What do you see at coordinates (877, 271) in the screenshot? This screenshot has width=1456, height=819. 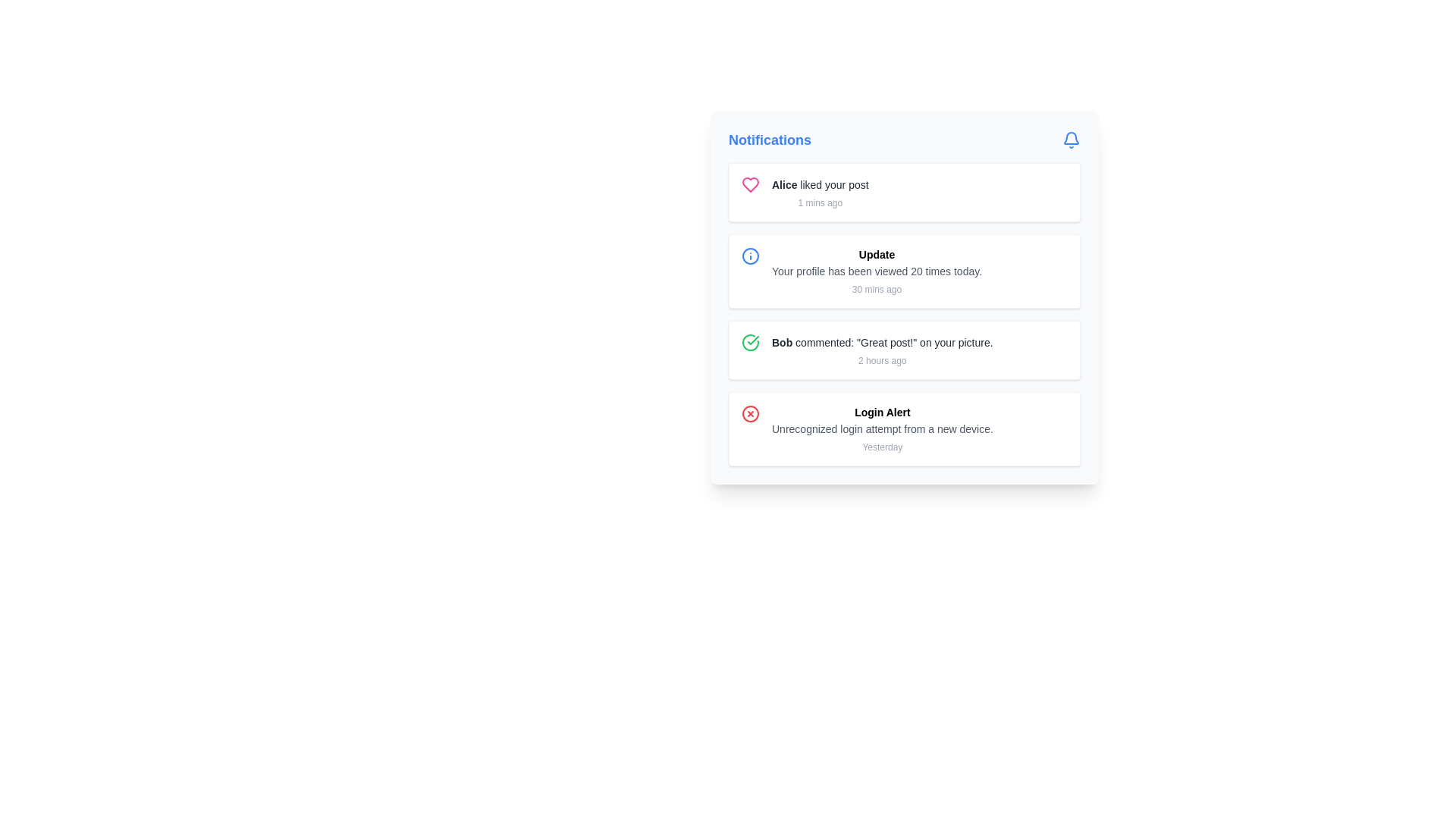 I see `the static text notification message that says 'Your profile has been viewed 20 times today.' It is located within the second notification card, below the title 'Update' and above the timestamp '30 mins ago'` at bounding box center [877, 271].